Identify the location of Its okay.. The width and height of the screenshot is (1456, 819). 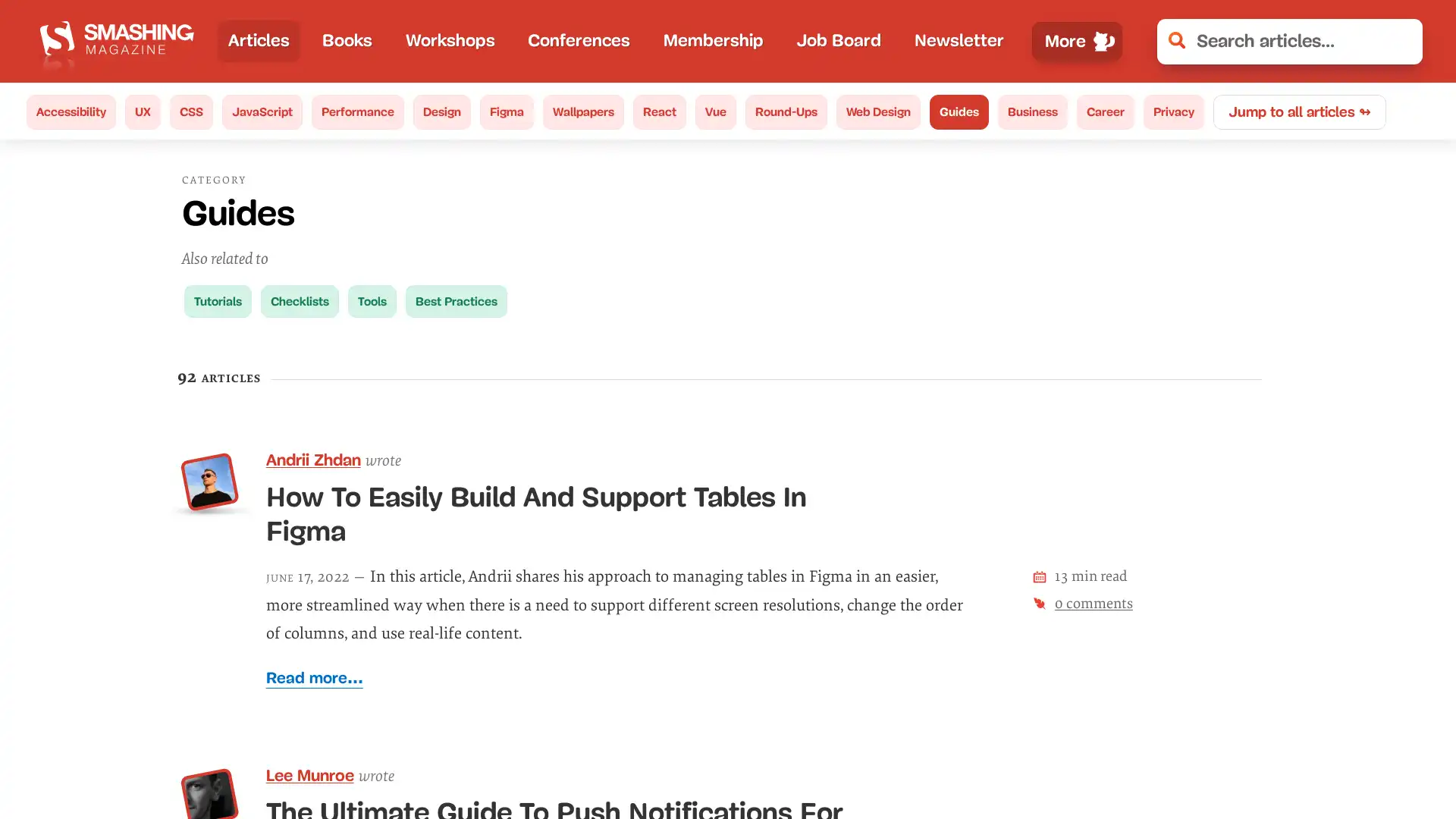
(1341, 758).